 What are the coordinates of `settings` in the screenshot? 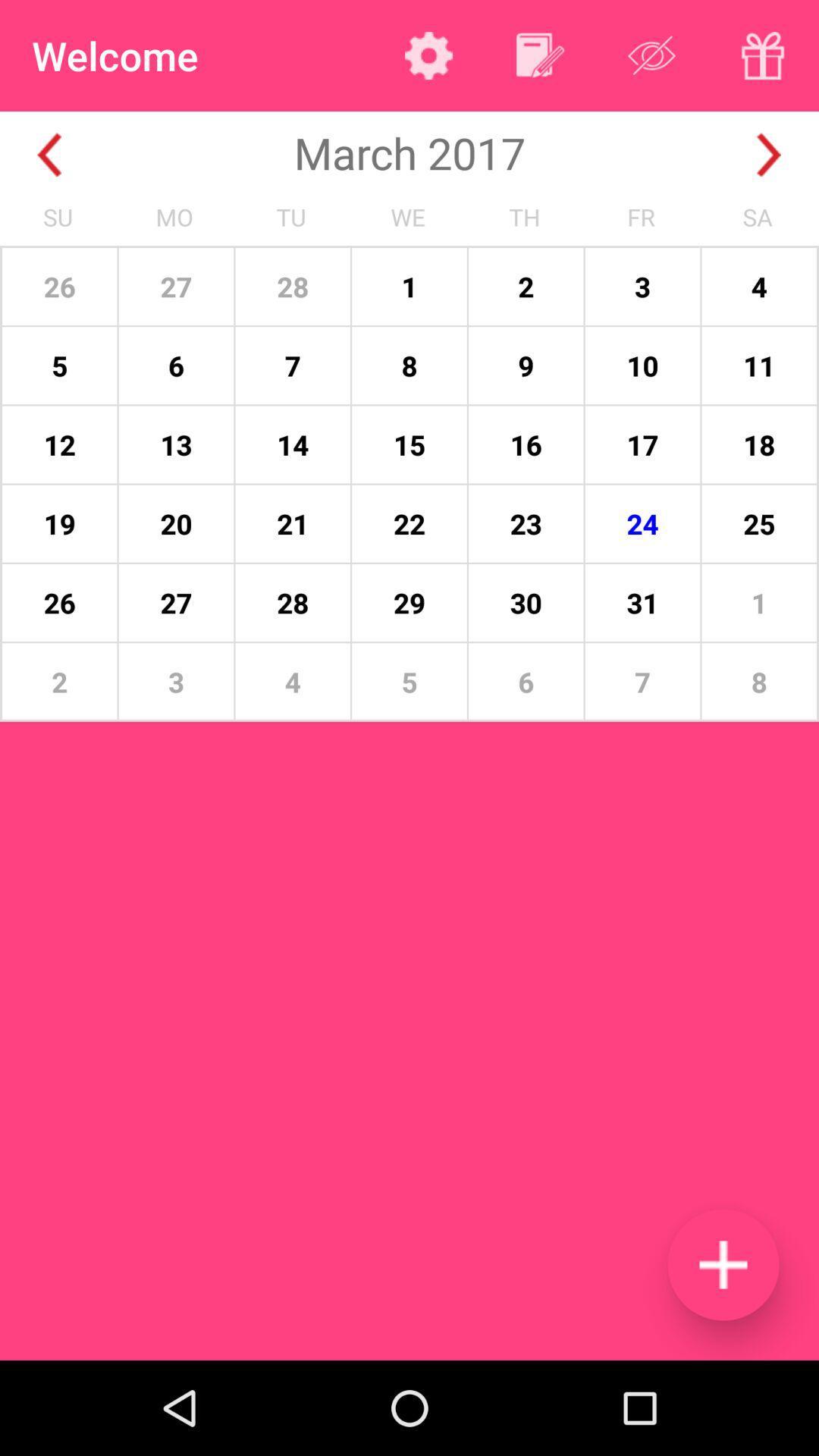 It's located at (428, 55).